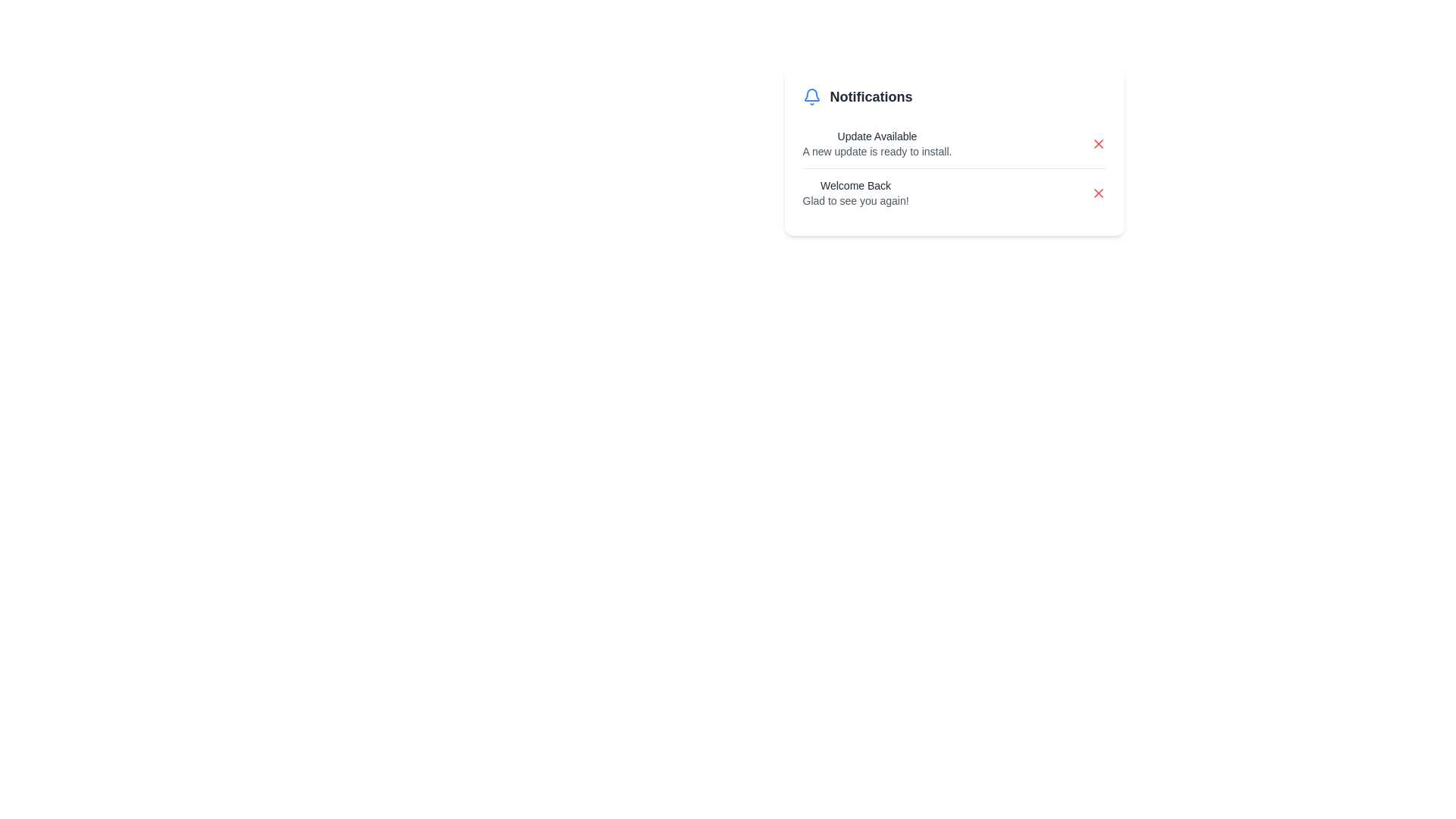 The image size is (1456, 819). What do you see at coordinates (1098, 143) in the screenshot?
I see `the red 'X' icon button located at the top-right corner of the notification card that indicates 'Update Available' to observe visual feedback` at bounding box center [1098, 143].